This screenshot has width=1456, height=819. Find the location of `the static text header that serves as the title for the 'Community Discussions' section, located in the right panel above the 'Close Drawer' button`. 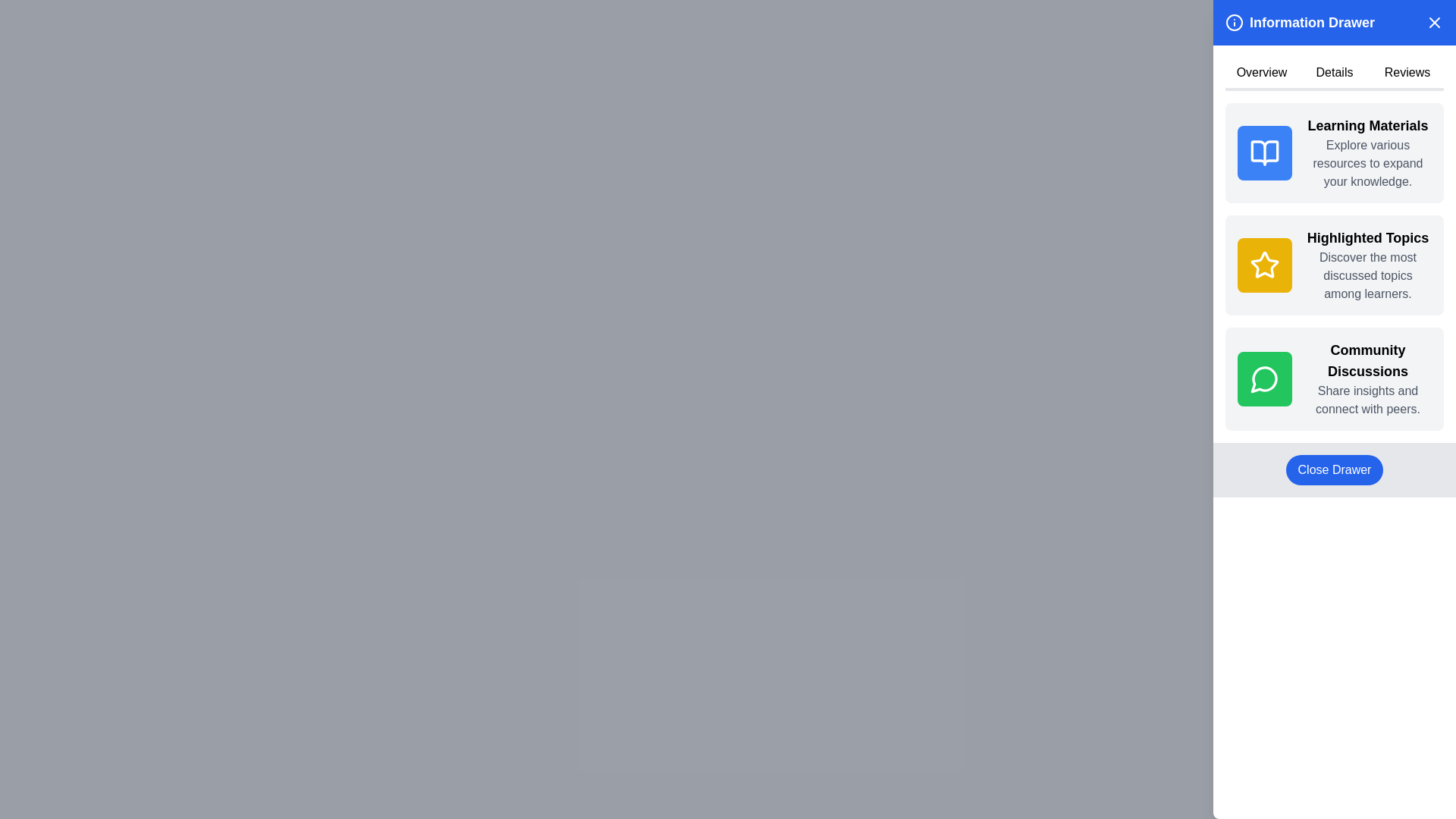

the static text header that serves as the title for the 'Community Discussions' section, located in the right panel above the 'Close Drawer' button is located at coordinates (1368, 360).